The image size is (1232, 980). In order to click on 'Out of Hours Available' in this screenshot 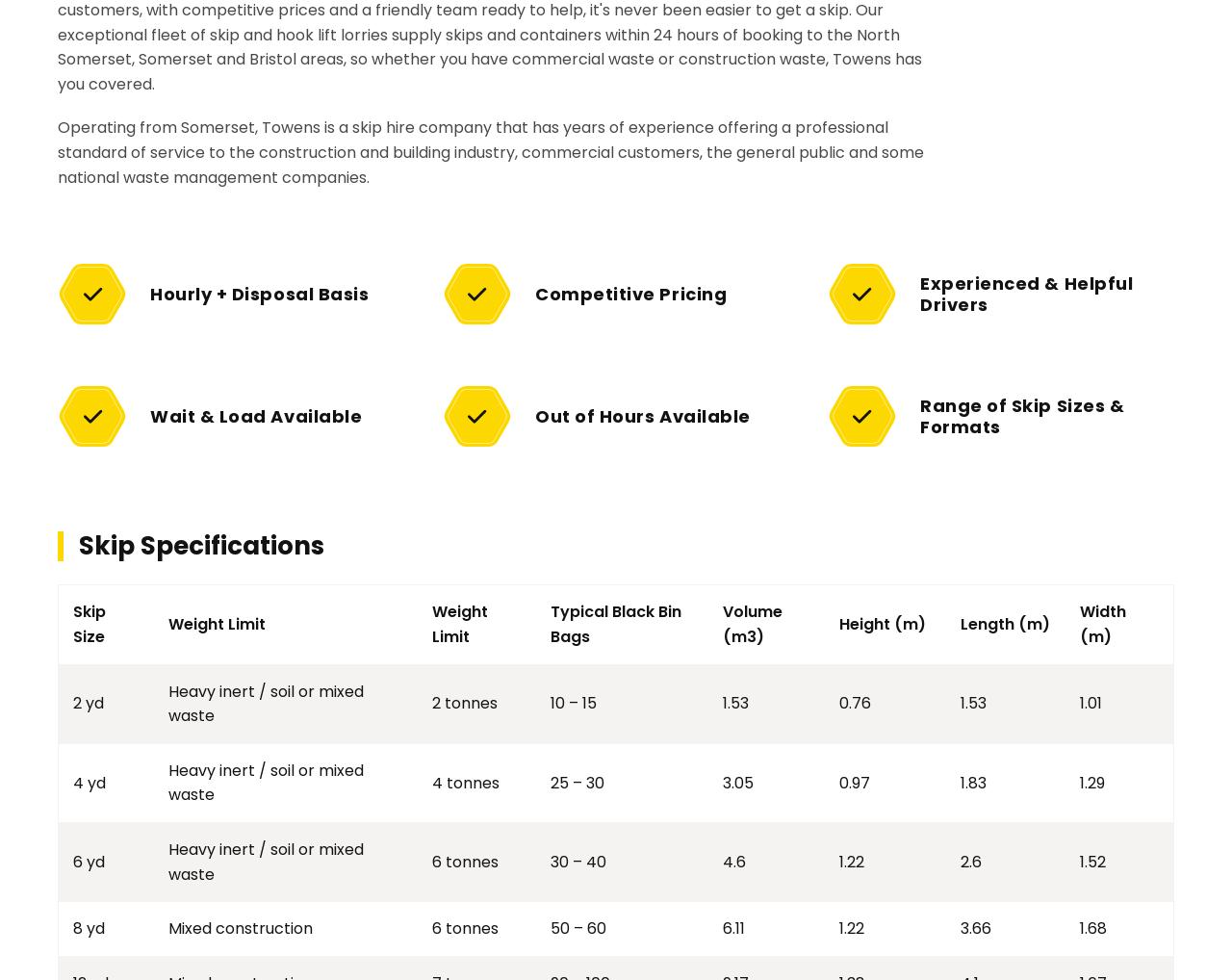, I will do `click(642, 414)`.